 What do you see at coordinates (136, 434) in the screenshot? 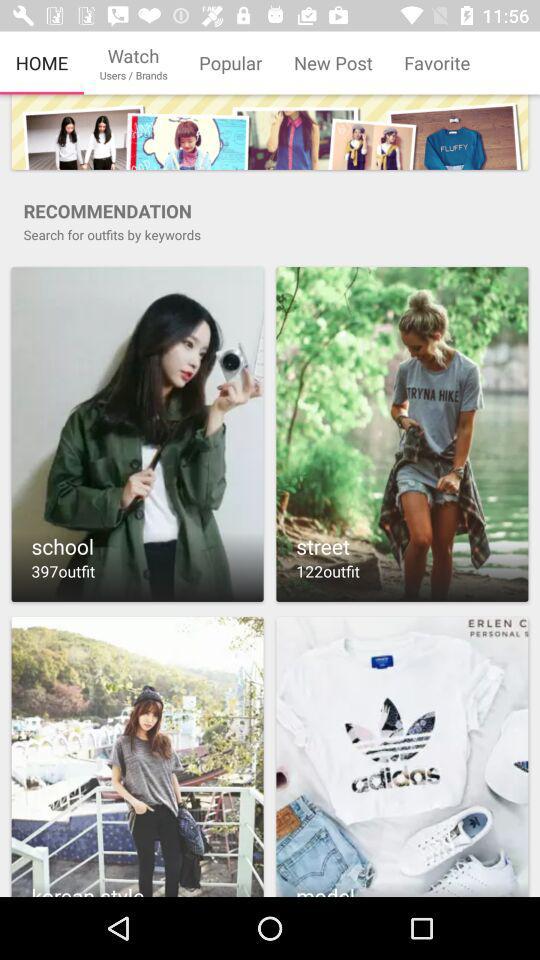
I see `expand image` at bounding box center [136, 434].